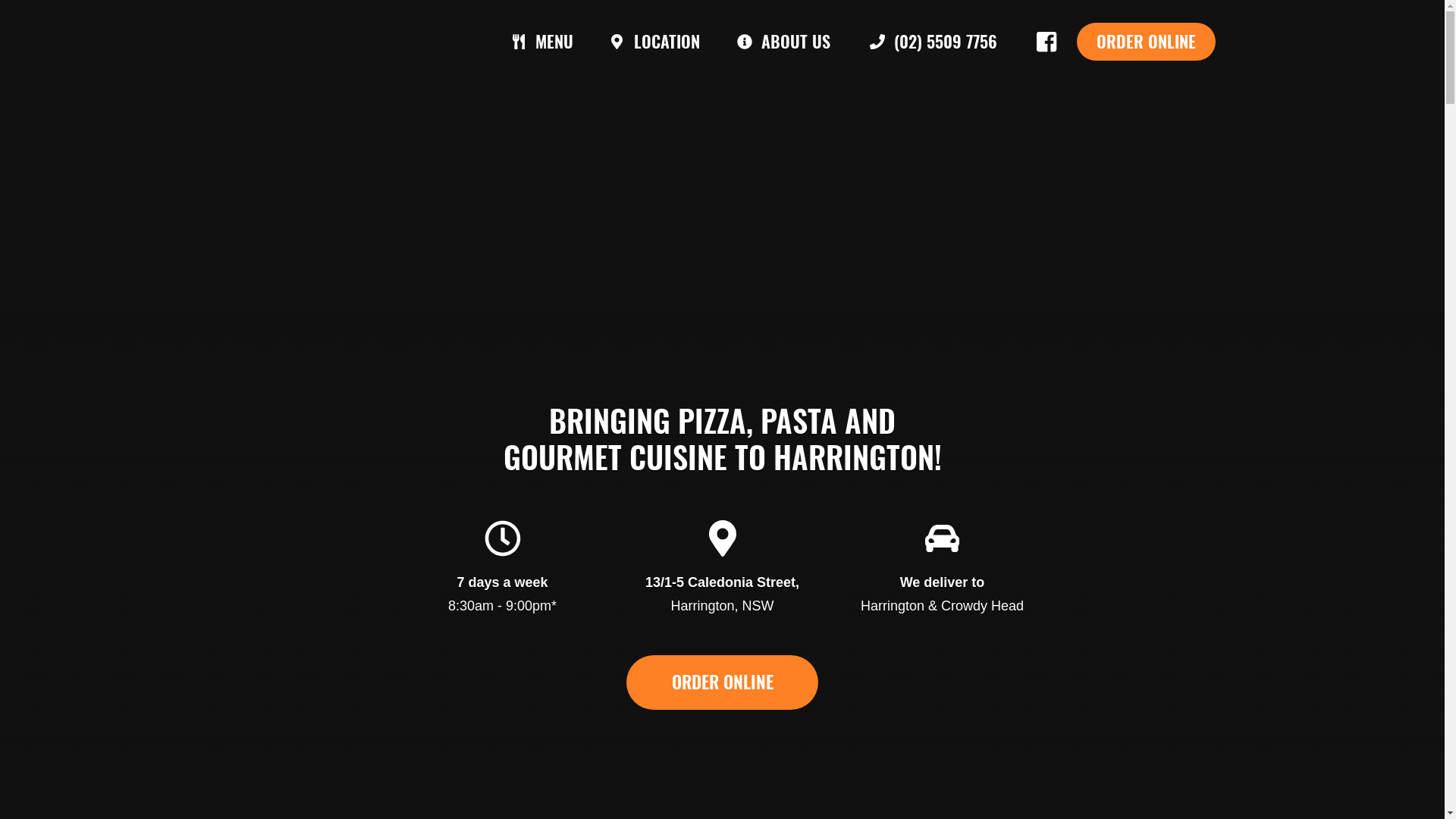 The width and height of the screenshot is (1456, 819). What do you see at coordinates (716, 40) in the screenshot?
I see `'ABOUT US'` at bounding box center [716, 40].